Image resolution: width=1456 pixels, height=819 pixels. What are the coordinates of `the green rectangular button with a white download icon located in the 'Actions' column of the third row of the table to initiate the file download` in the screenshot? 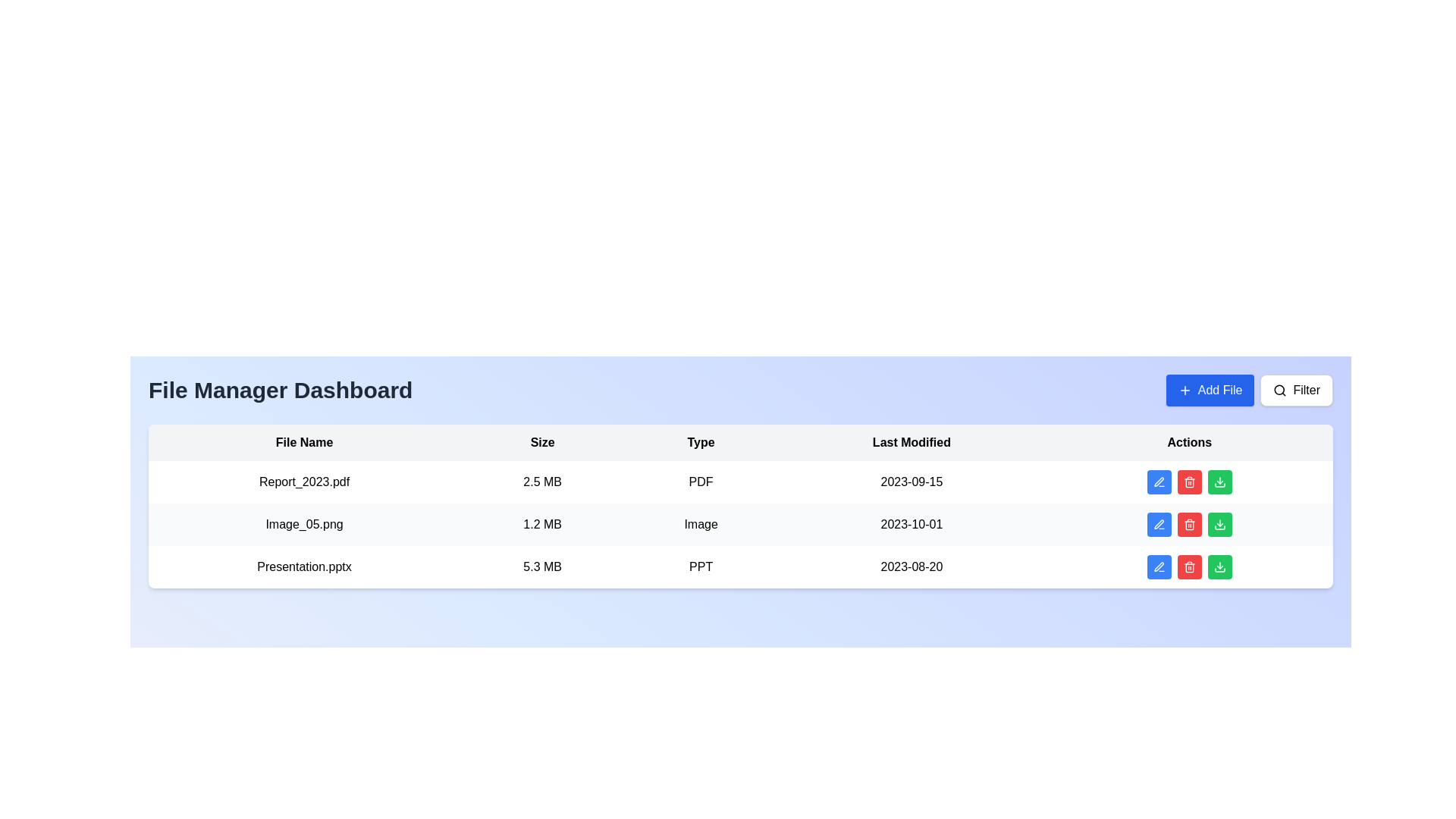 It's located at (1219, 567).